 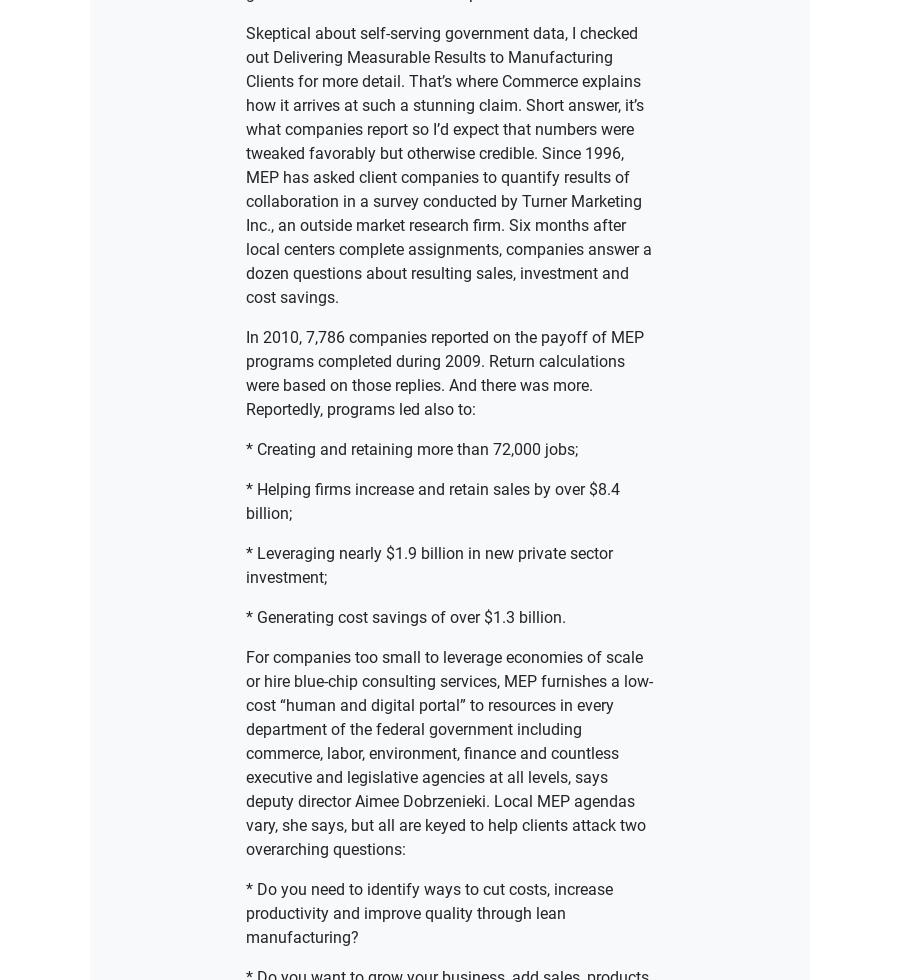 What do you see at coordinates (449, 587) in the screenshot?
I see `'Download Manufacturing'` at bounding box center [449, 587].